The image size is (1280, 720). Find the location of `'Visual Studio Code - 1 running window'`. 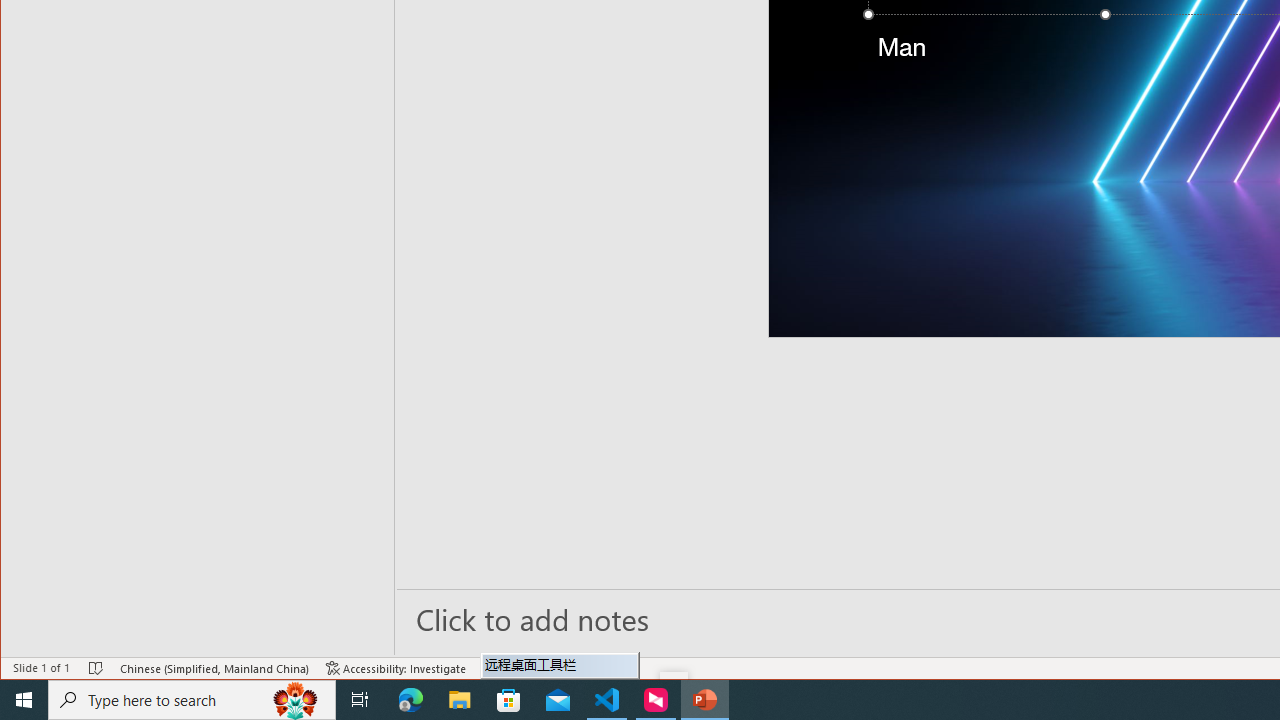

'Visual Studio Code - 1 running window' is located at coordinates (606, 698).